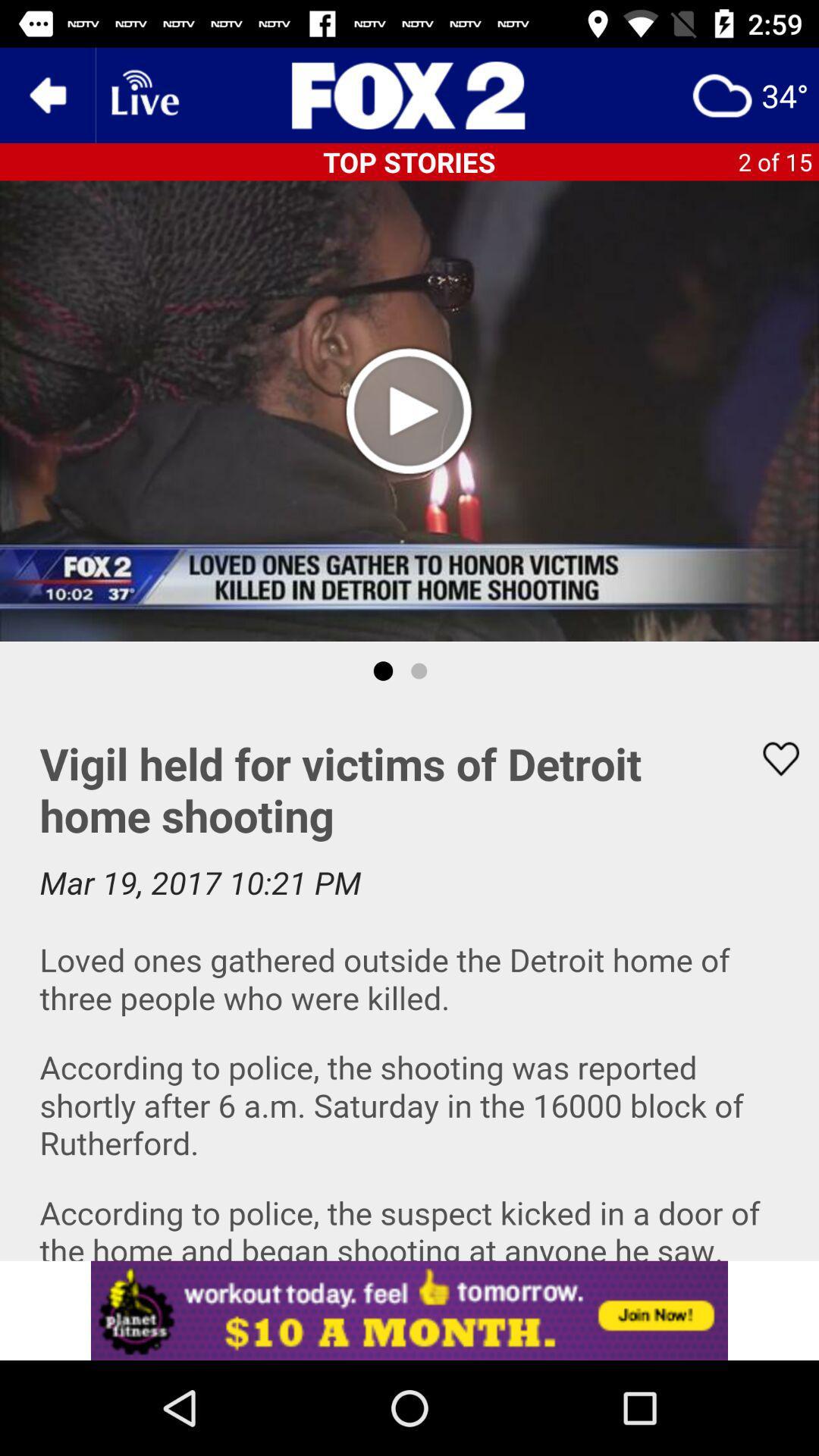 Image resolution: width=819 pixels, height=1456 pixels. I want to click on favor, so click(771, 758).